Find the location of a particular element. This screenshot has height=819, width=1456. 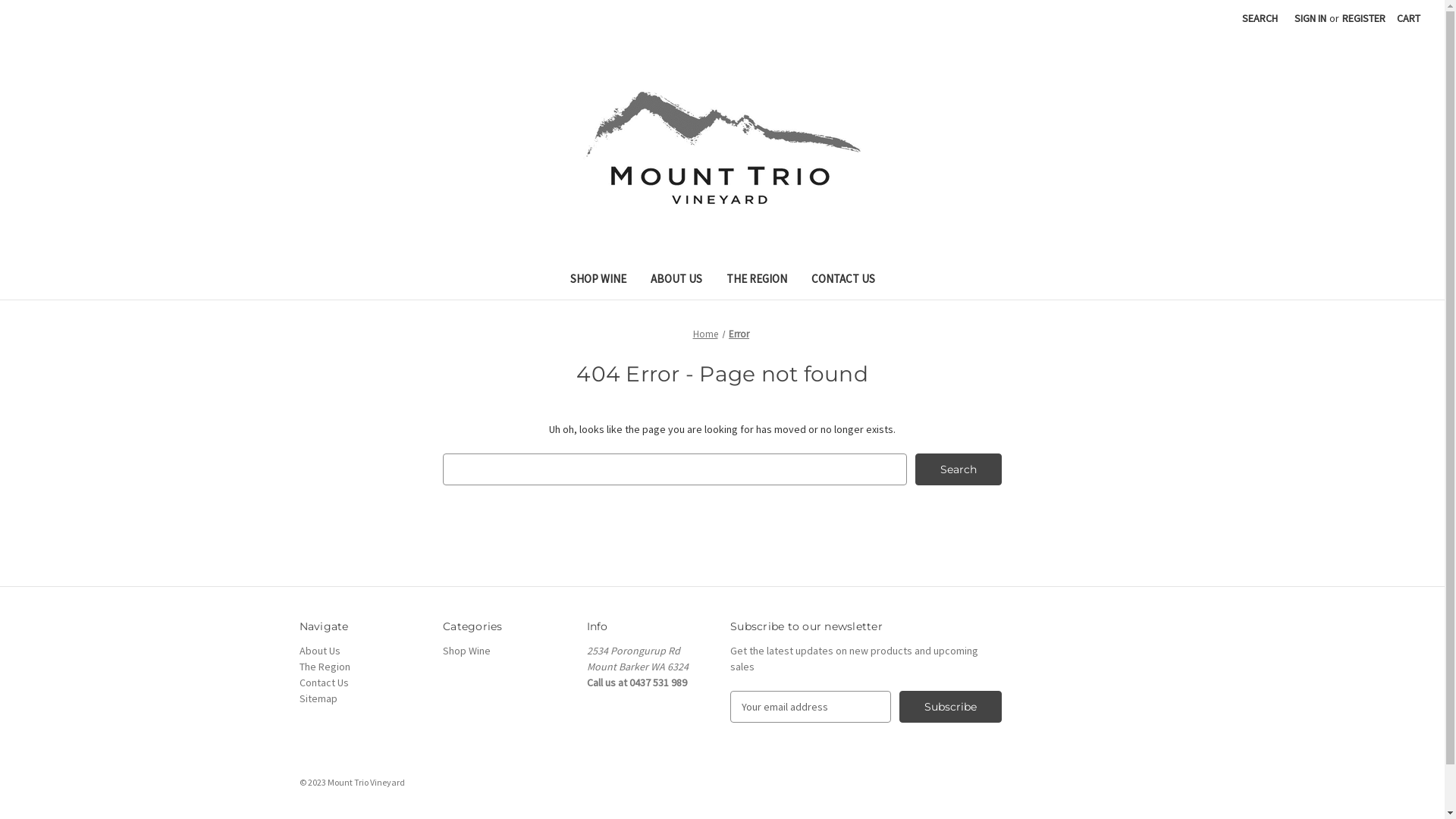

'SEARCH' is located at coordinates (1234, 18).